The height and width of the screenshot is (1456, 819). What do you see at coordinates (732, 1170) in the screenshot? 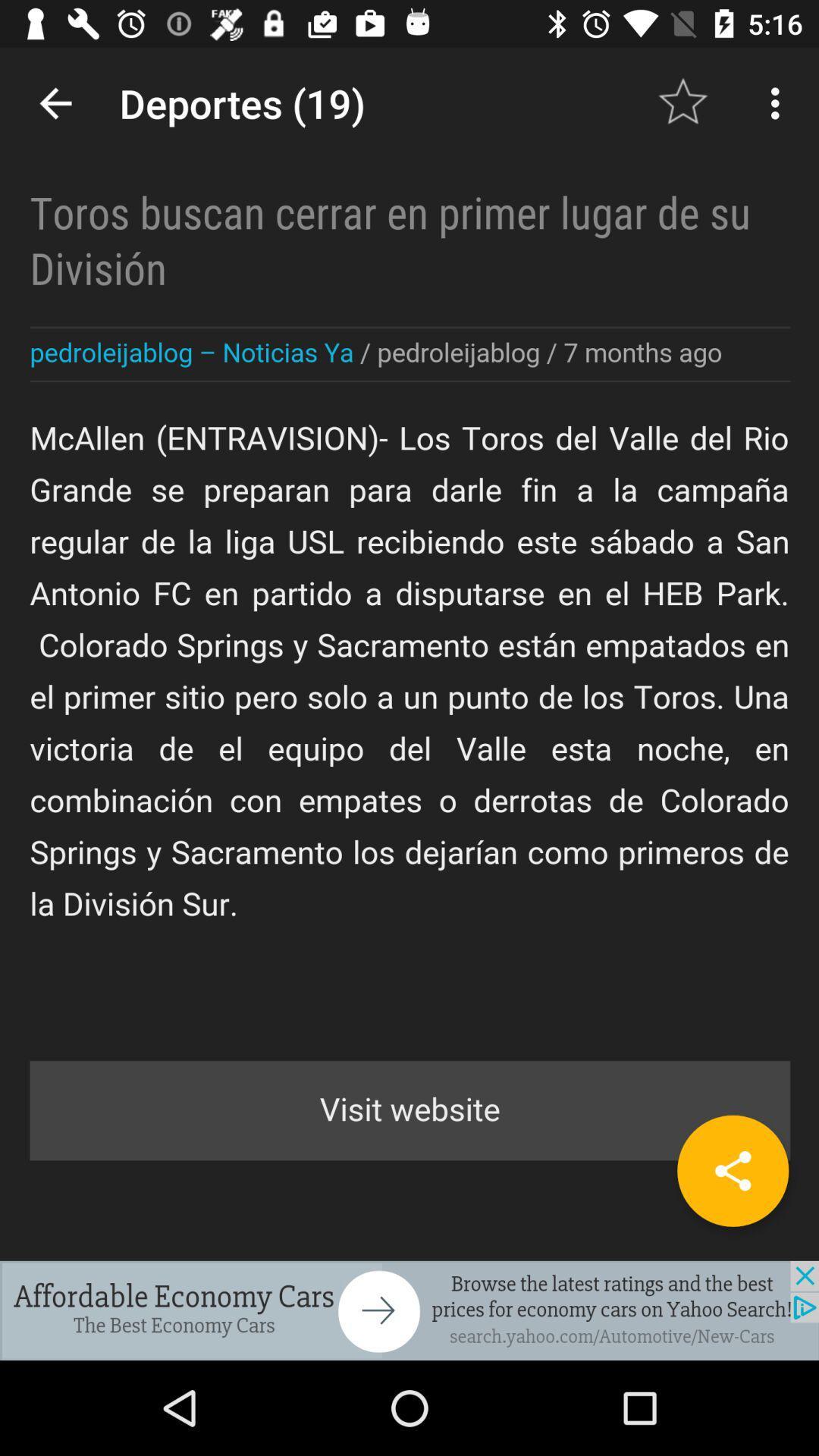
I see `the share icon` at bounding box center [732, 1170].